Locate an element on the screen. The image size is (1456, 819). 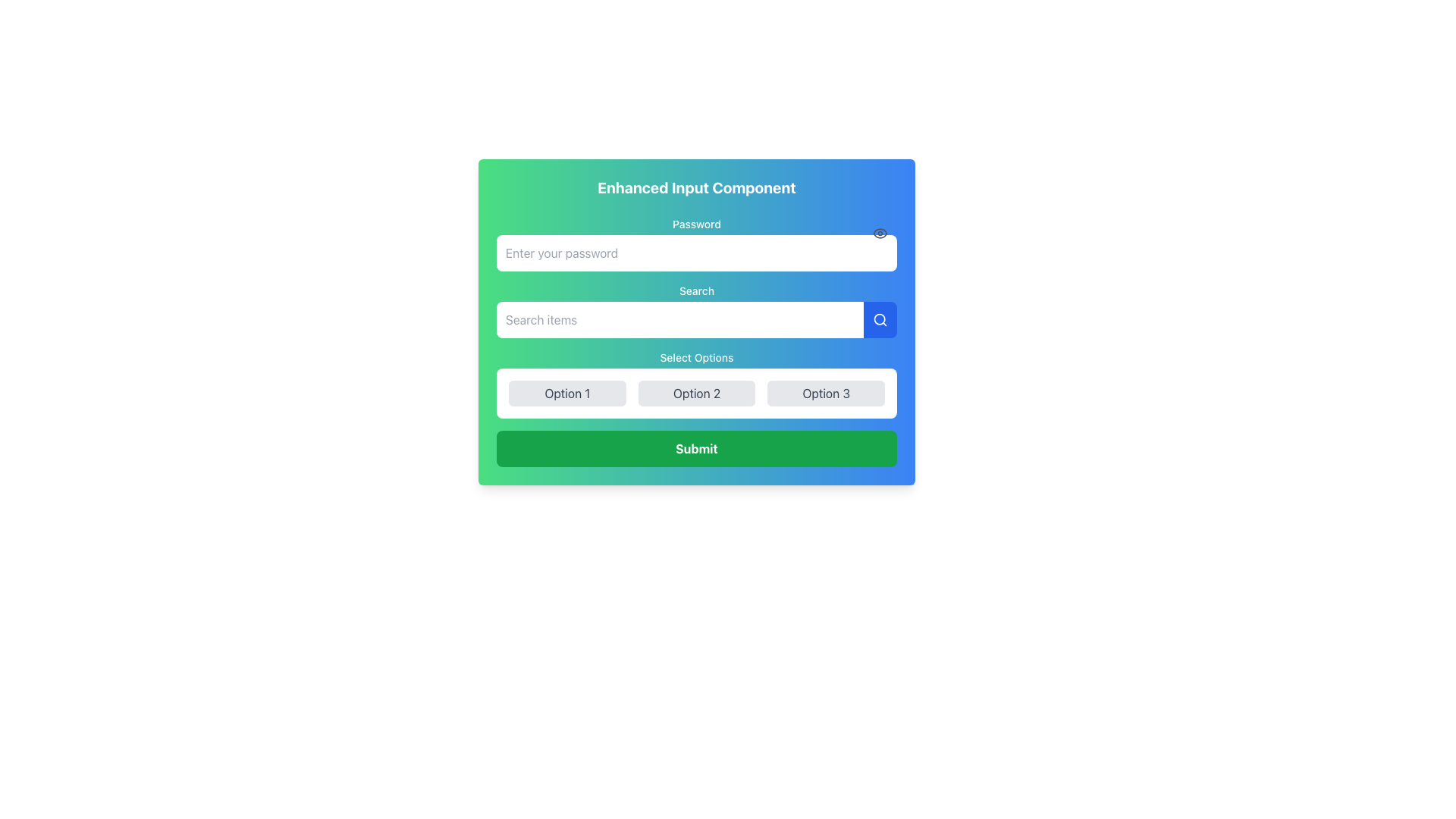
the search icon button is located at coordinates (880, 318).